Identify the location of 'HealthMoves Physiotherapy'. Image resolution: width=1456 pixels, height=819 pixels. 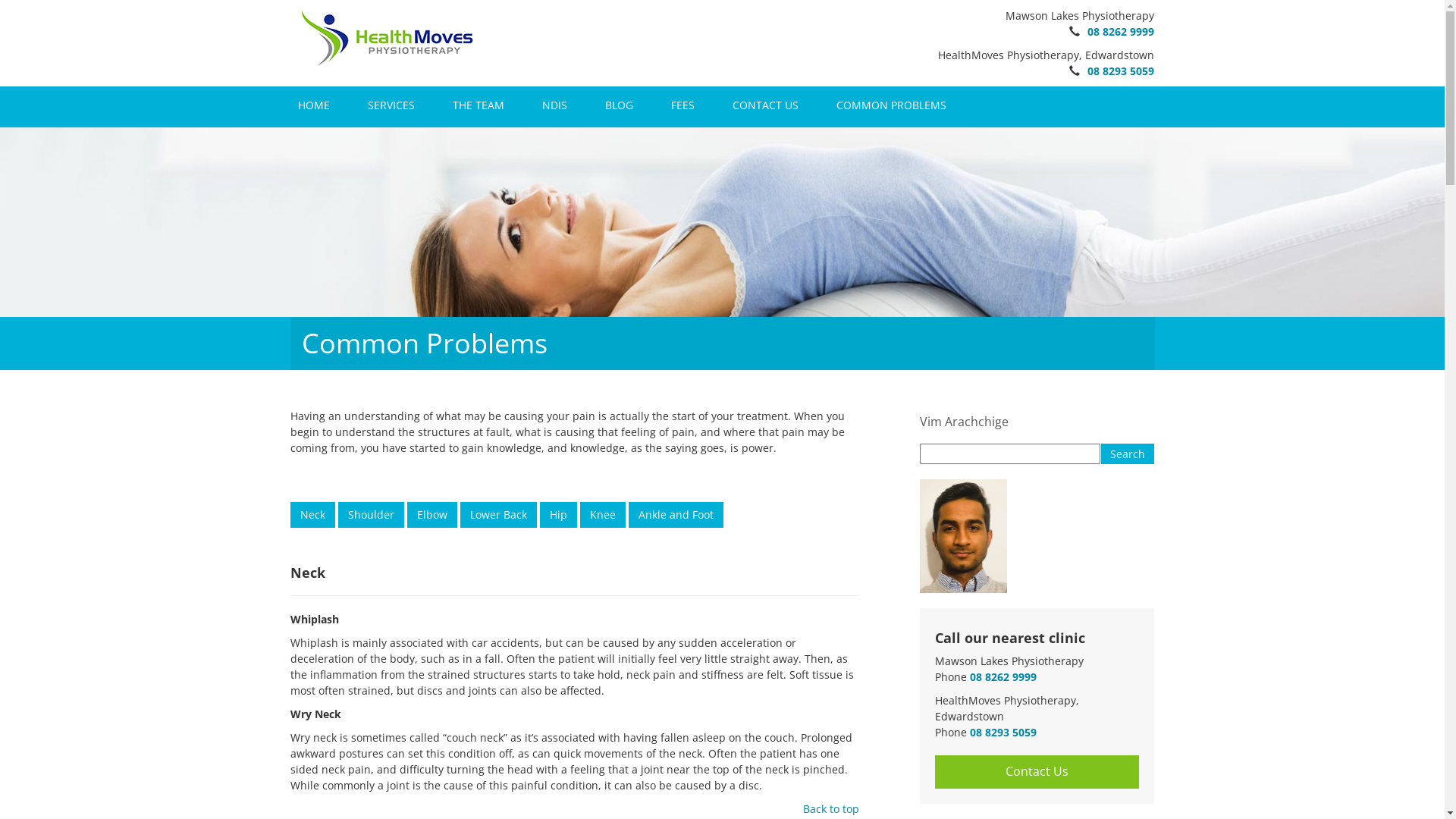
(386, 36).